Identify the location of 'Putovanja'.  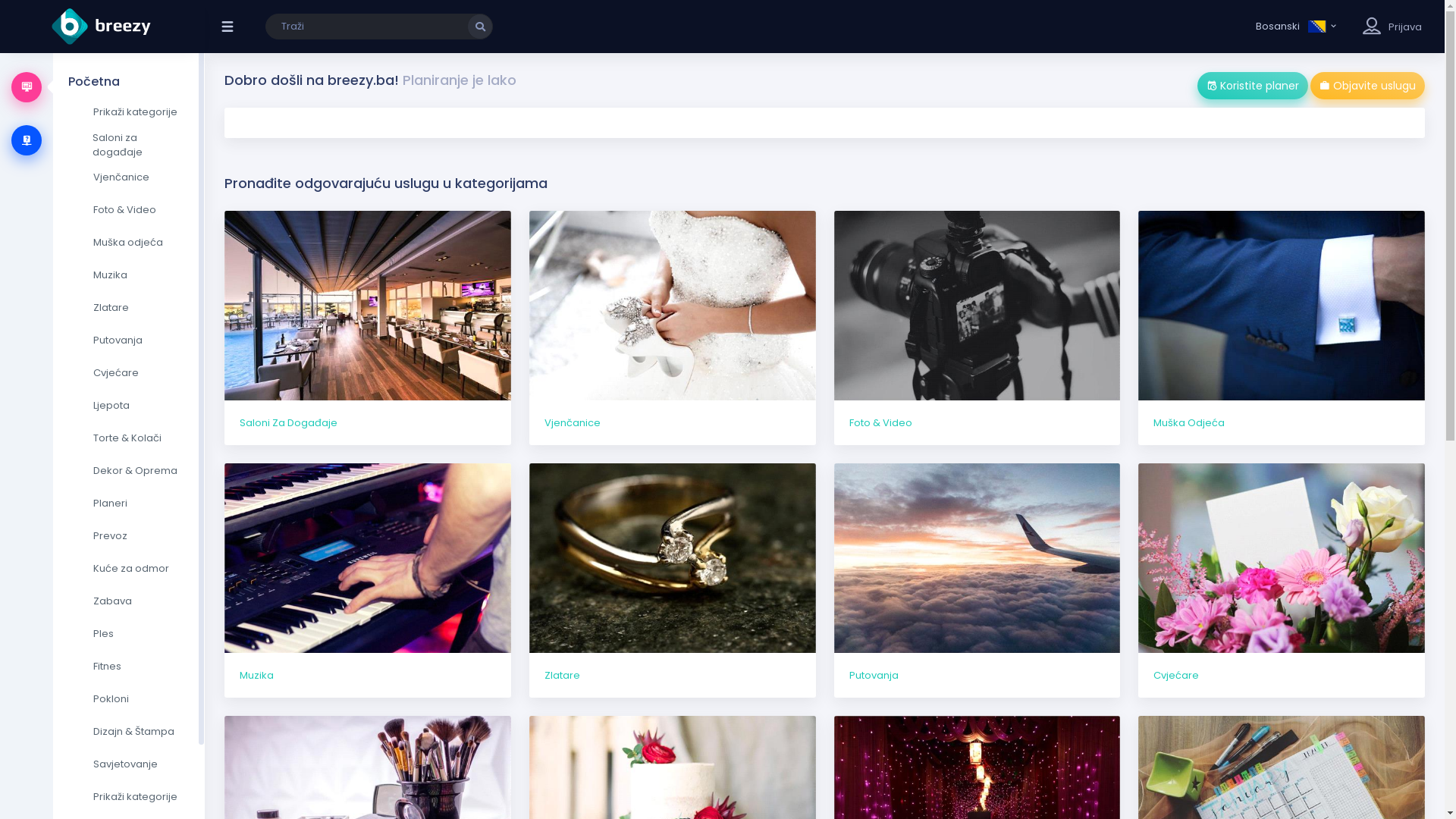
(977, 580).